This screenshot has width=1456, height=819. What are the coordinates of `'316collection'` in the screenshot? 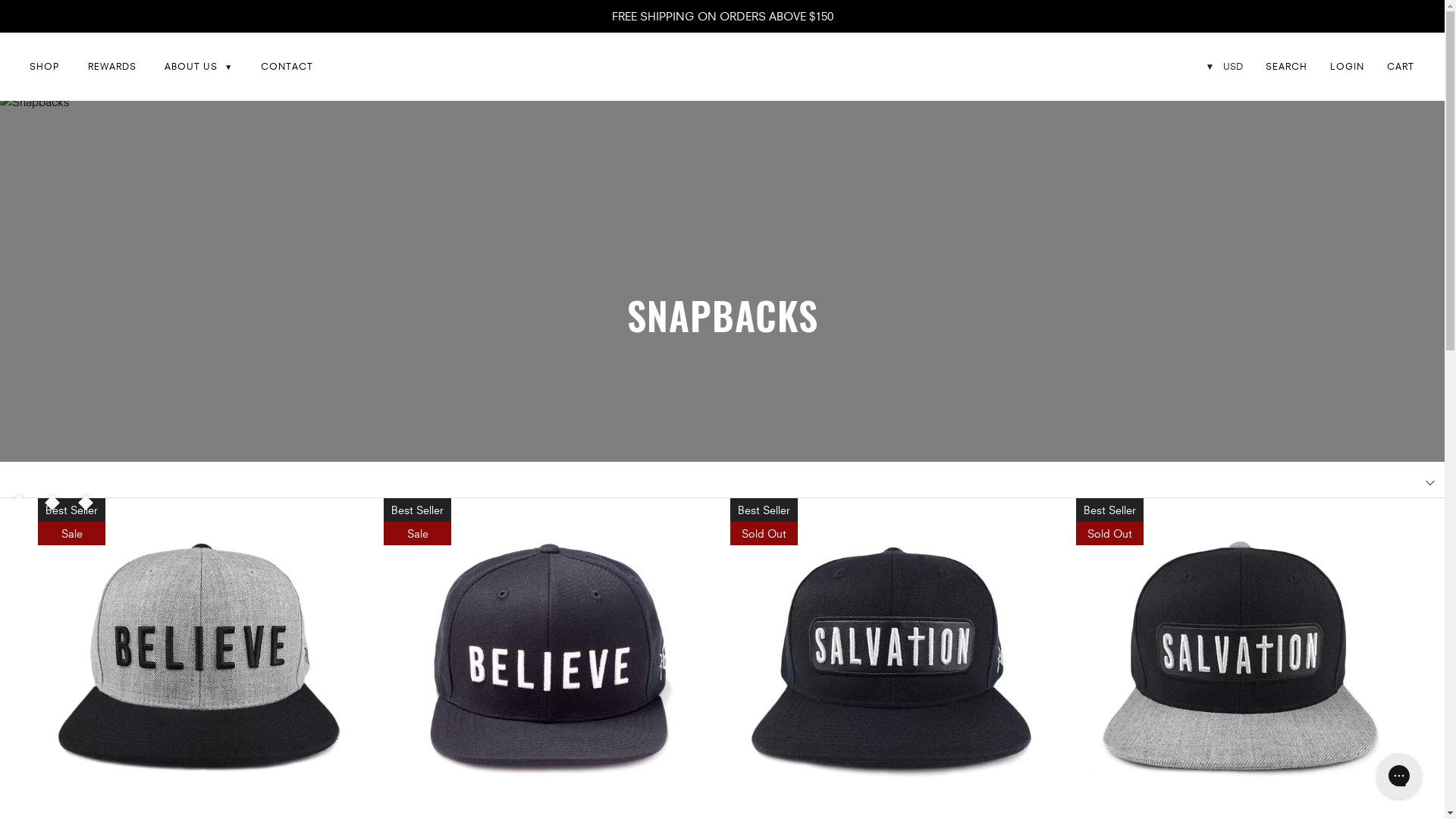 It's located at (716, 66).